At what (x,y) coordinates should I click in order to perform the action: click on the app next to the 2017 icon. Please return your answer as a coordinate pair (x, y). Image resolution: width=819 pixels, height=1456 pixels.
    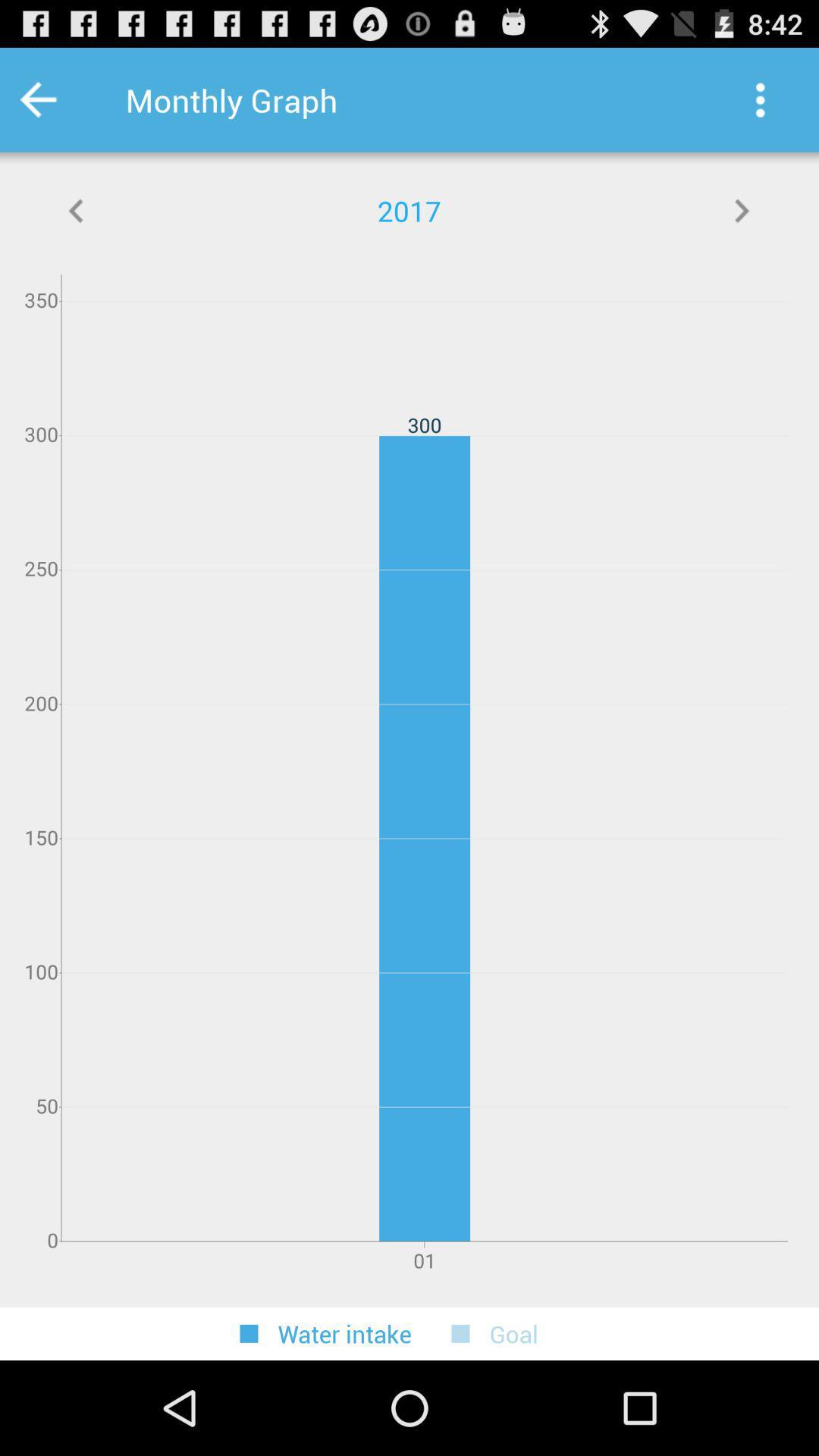
    Looking at the image, I should click on (741, 210).